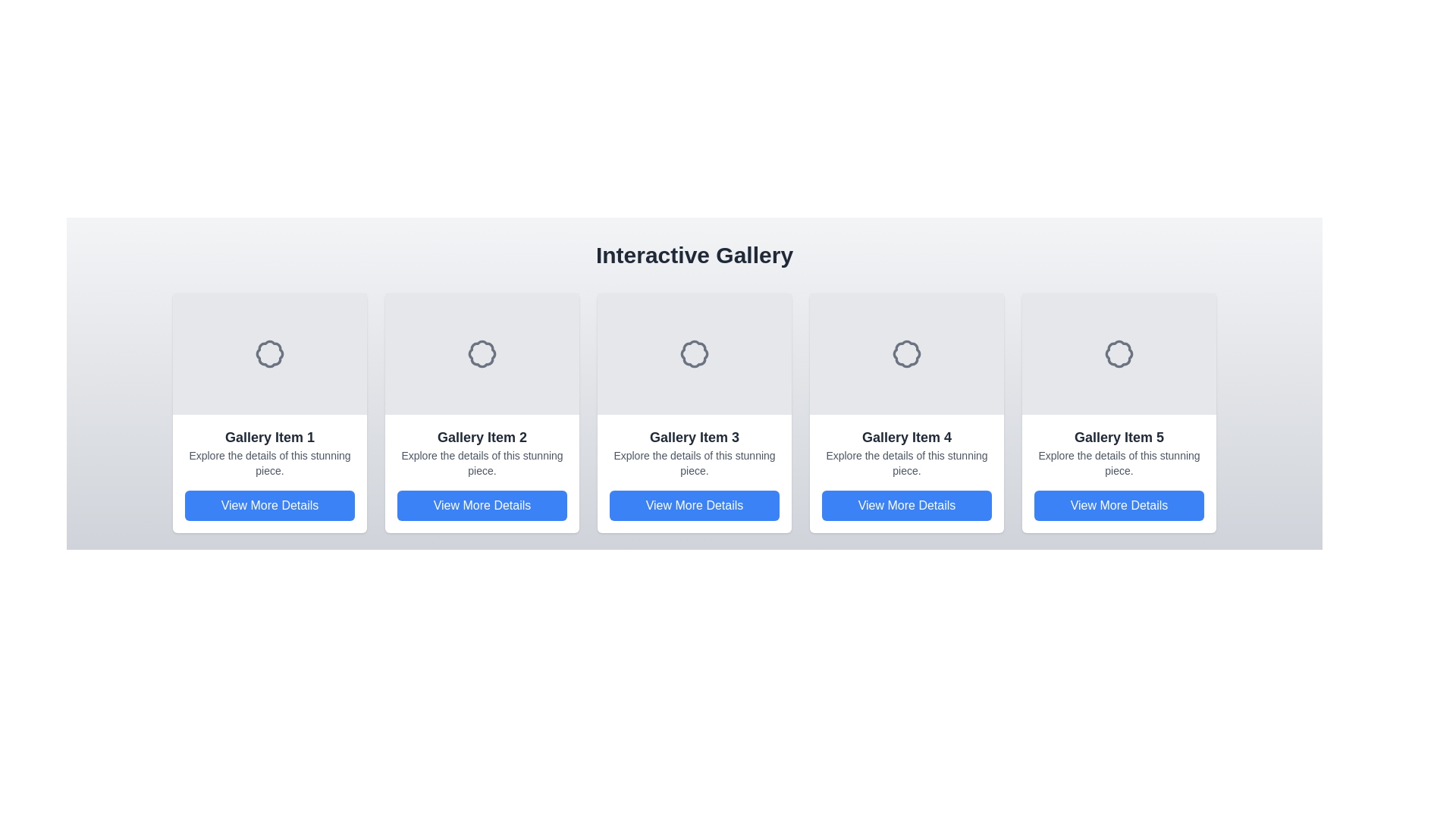 Image resolution: width=1456 pixels, height=819 pixels. I want to click on the composite UI component titled 'Gallery Item 3' for accessibility interaction, so click(694, 472).